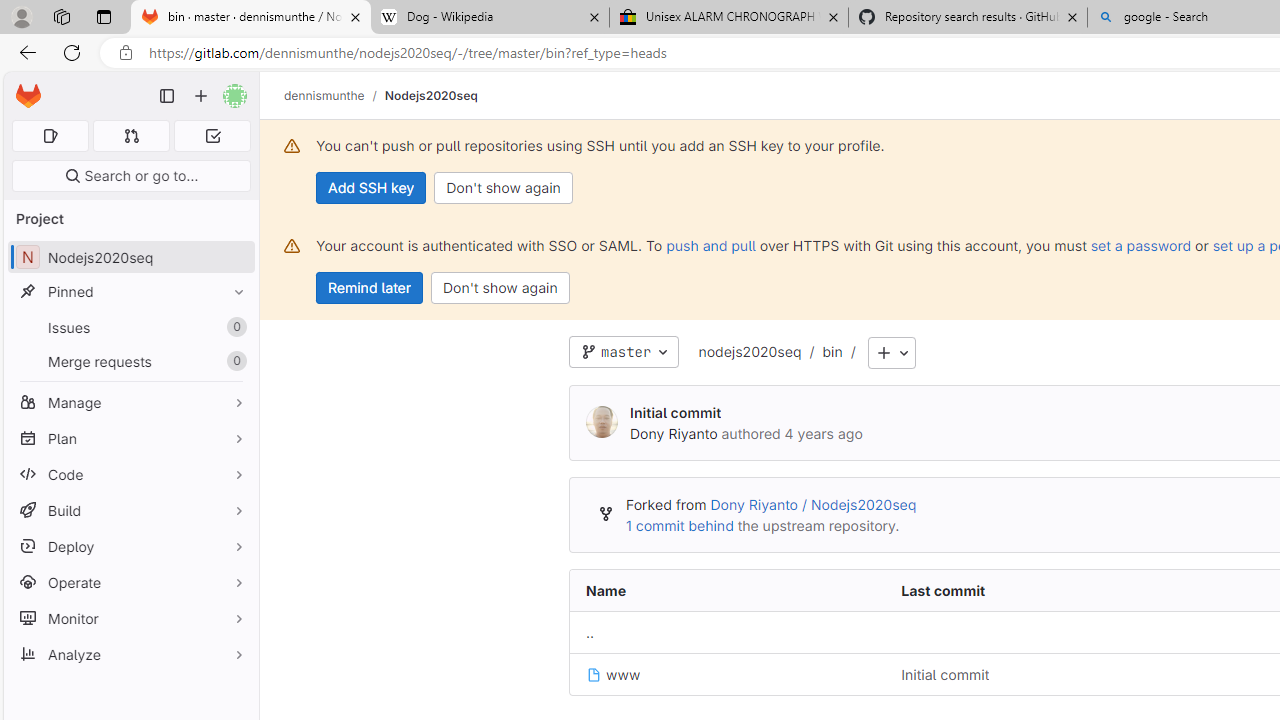  What do you see at coordinates (711, 244) in the screenshot?
I see `'push and pull'` at bounding box center [711, 244].